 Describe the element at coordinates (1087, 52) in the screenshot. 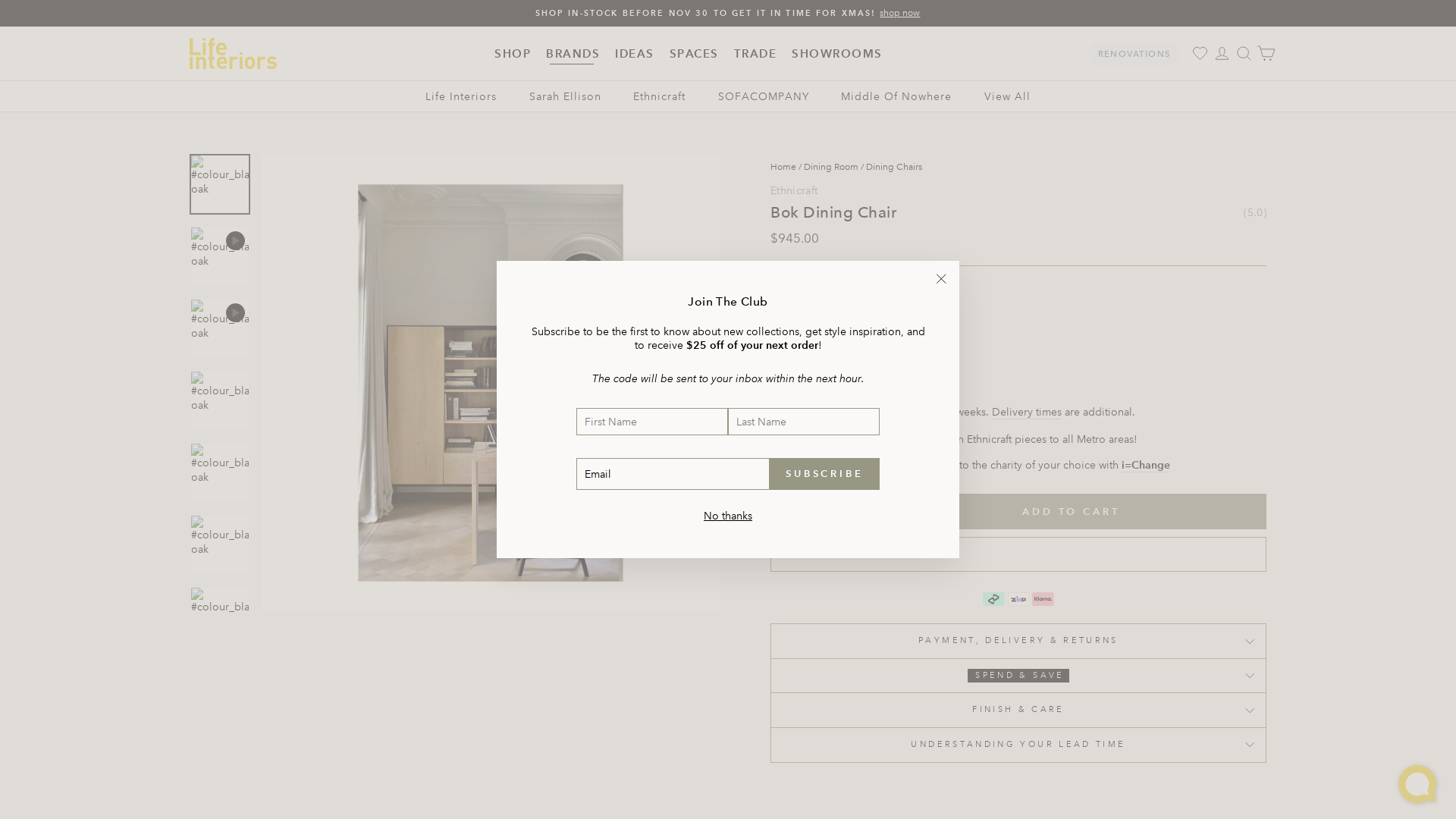

I see `'RENOVATIONS'` at that location.